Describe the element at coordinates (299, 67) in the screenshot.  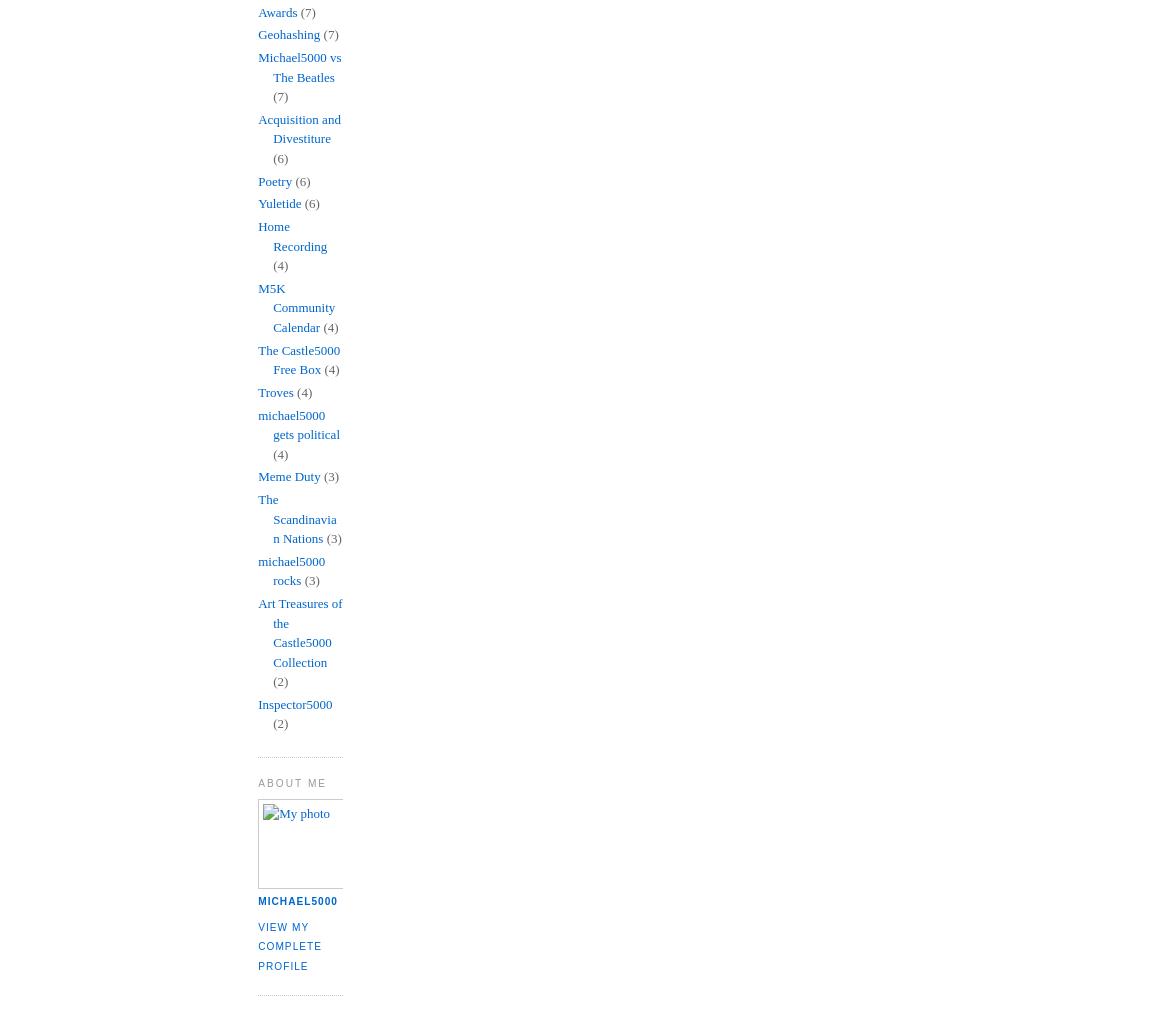
I see `'Michael5000 vs The Beatles'` at that location.